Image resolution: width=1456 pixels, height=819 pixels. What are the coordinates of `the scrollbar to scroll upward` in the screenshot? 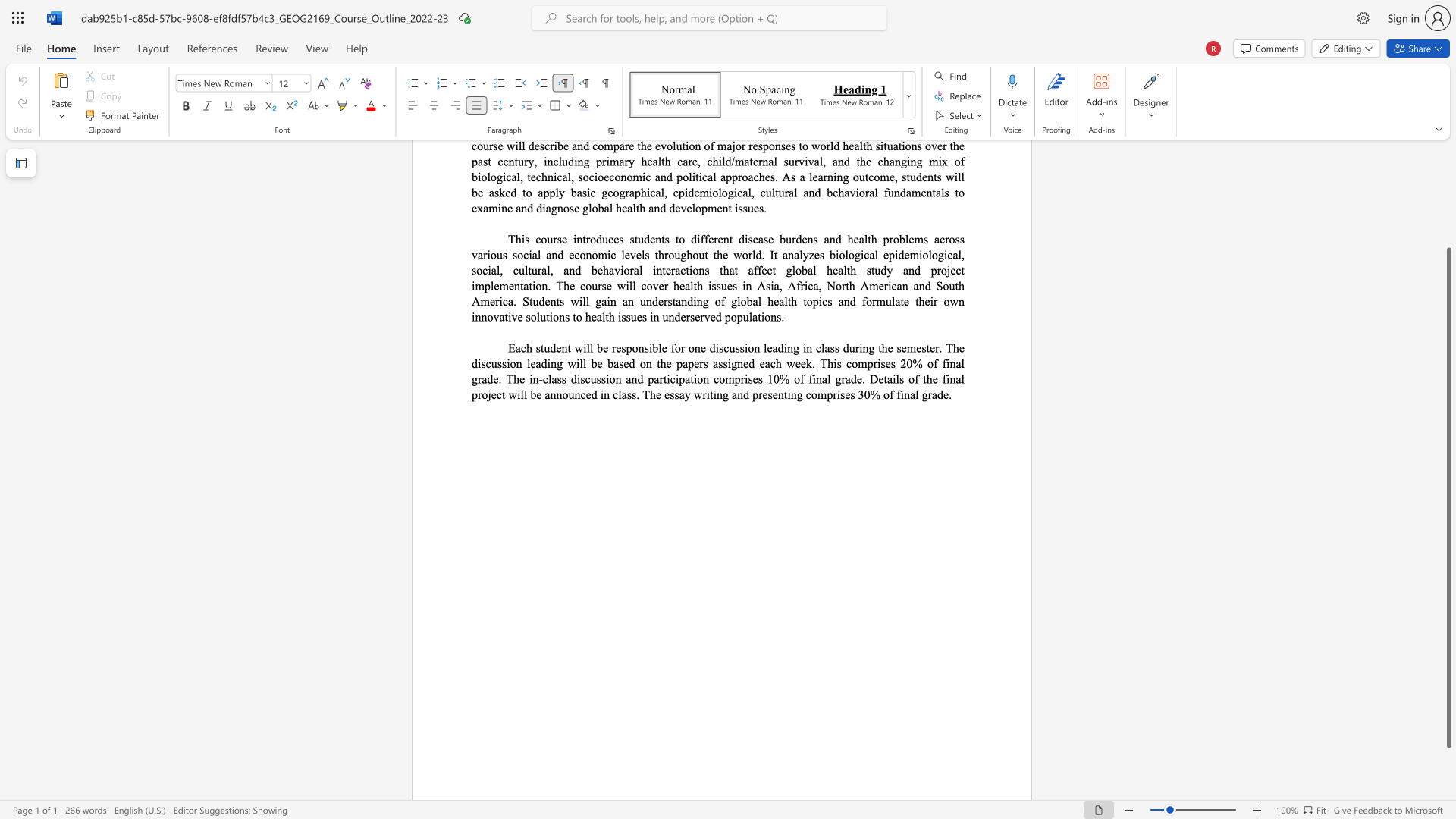 It's located at (1448, 205).